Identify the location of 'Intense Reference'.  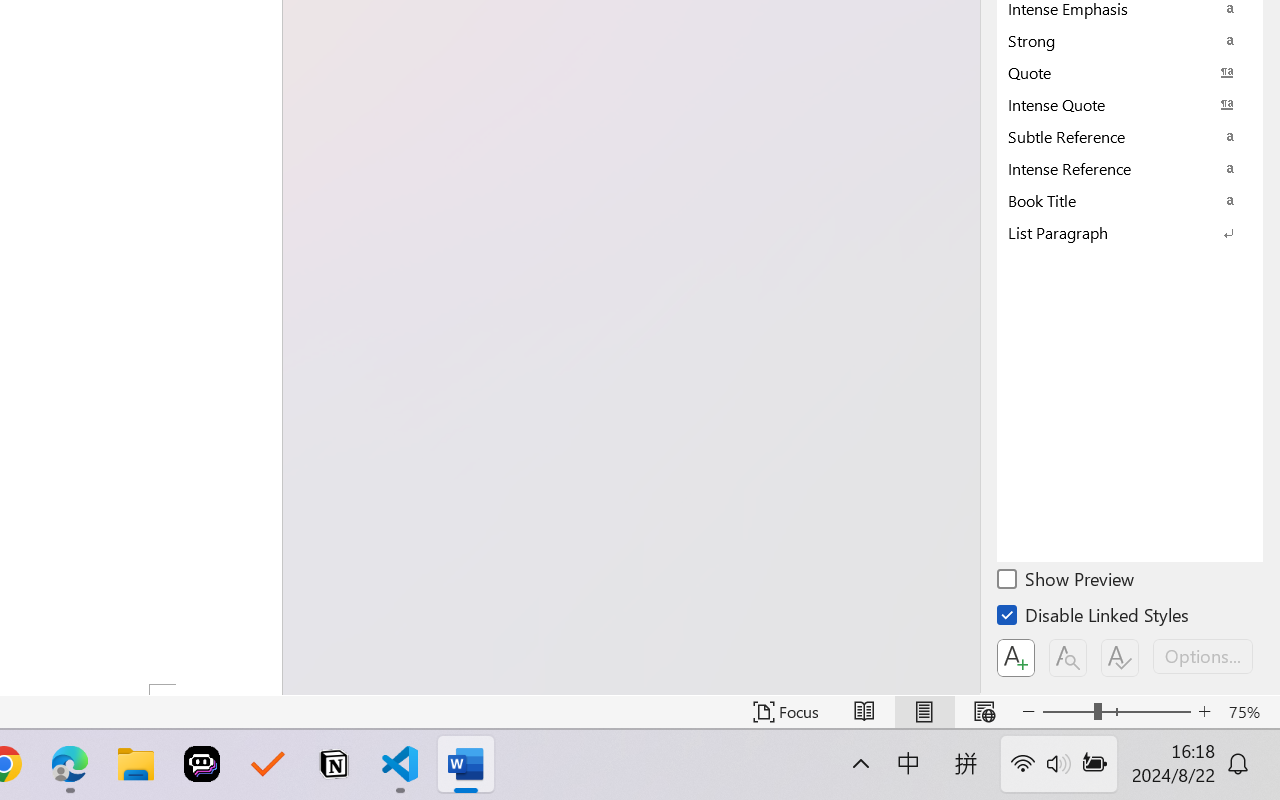
(1130, 167).